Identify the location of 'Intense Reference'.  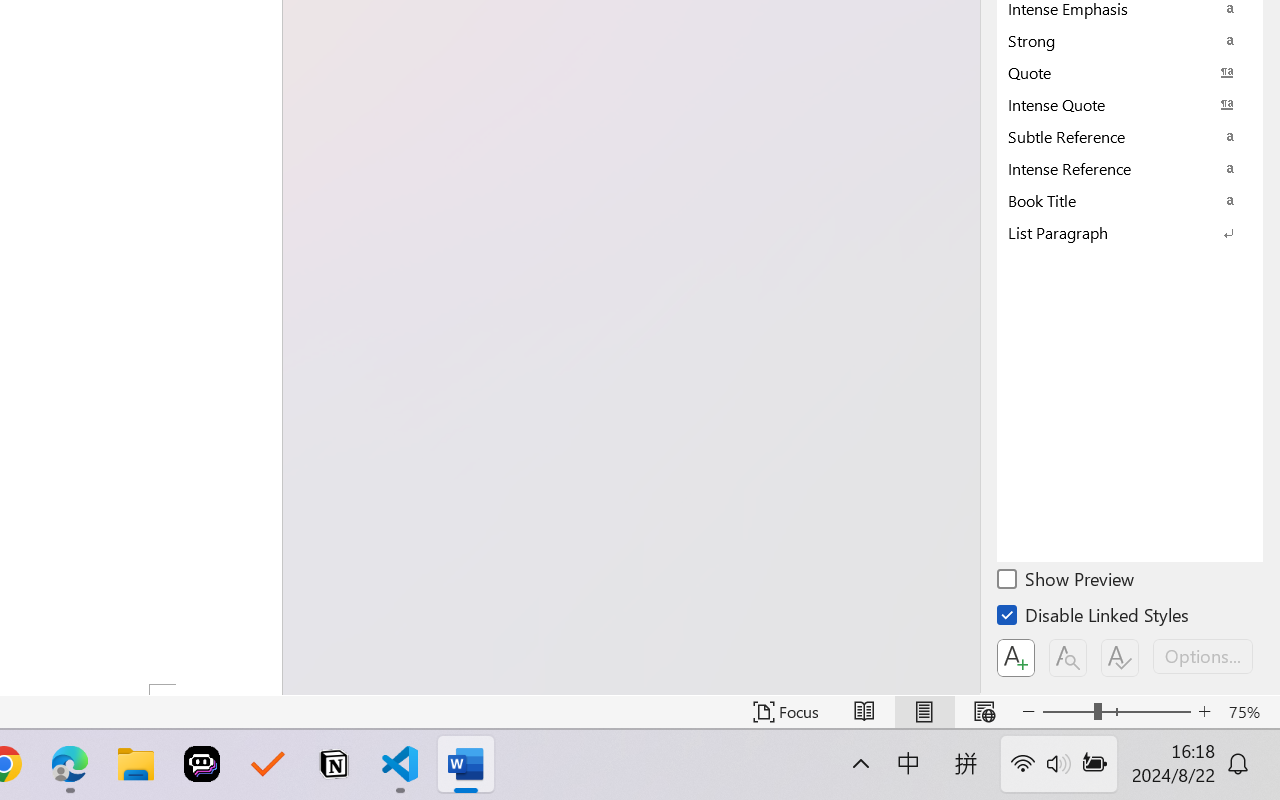
(1130, 167).